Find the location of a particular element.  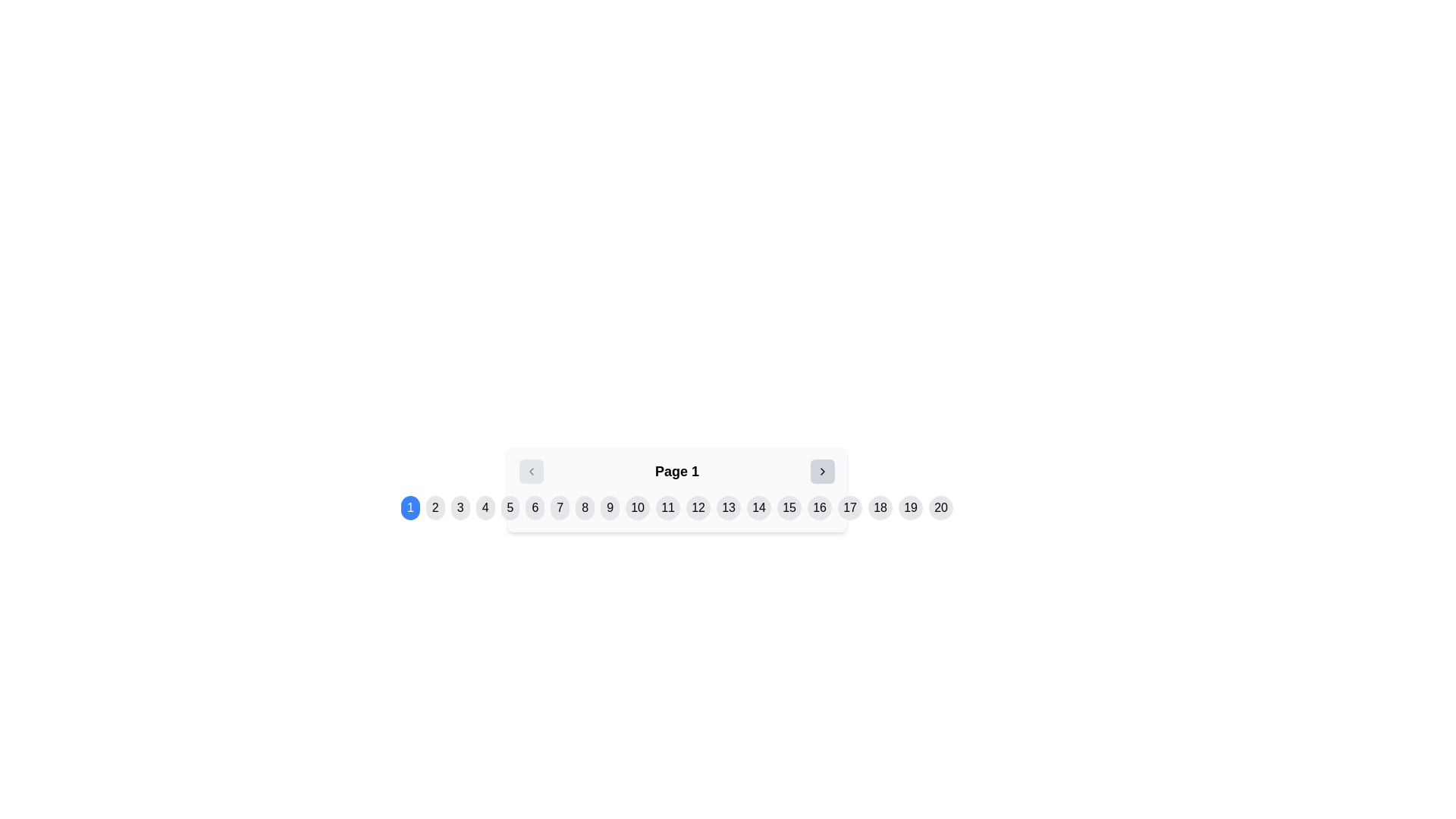

the pagination button for page 13, located between buttons '12' and '14' is located at coordinates (729, 508).